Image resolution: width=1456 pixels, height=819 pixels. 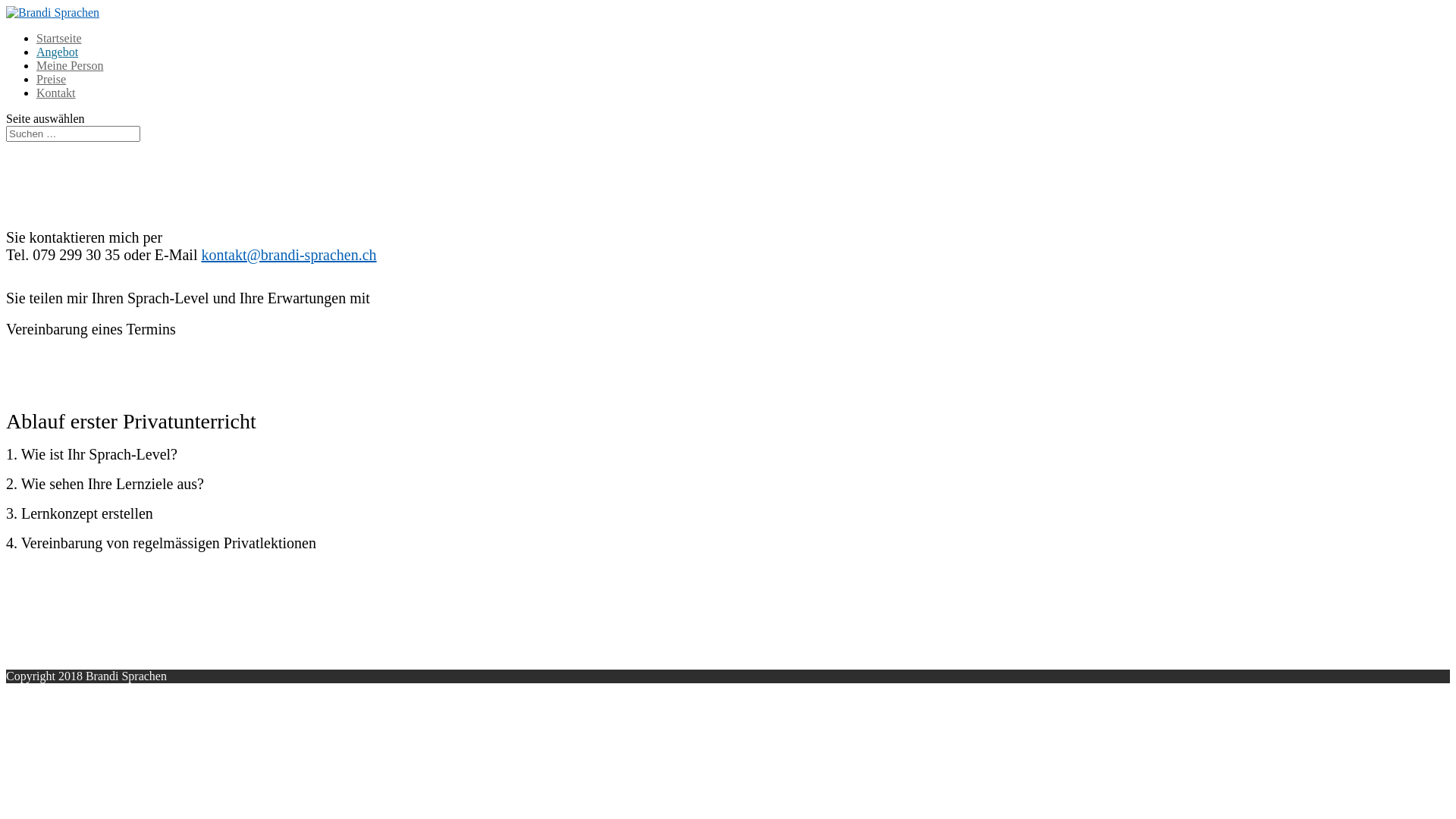 I want to click on 'kontakt@brandi-sprachen.ch', so click(x=199, y=253).